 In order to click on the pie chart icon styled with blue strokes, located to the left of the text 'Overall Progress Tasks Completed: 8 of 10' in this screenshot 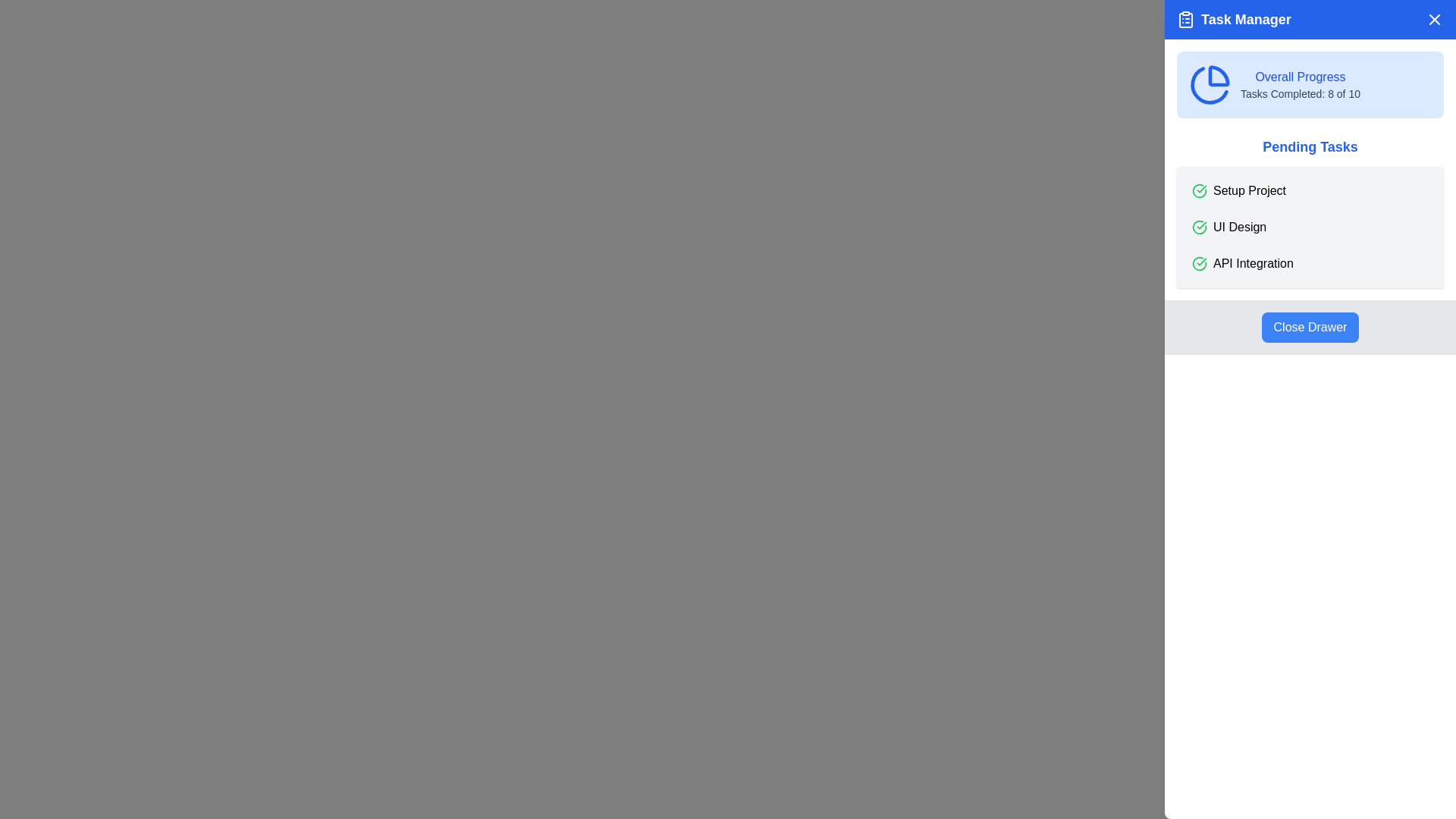, I will do `click(1210, 84)`.